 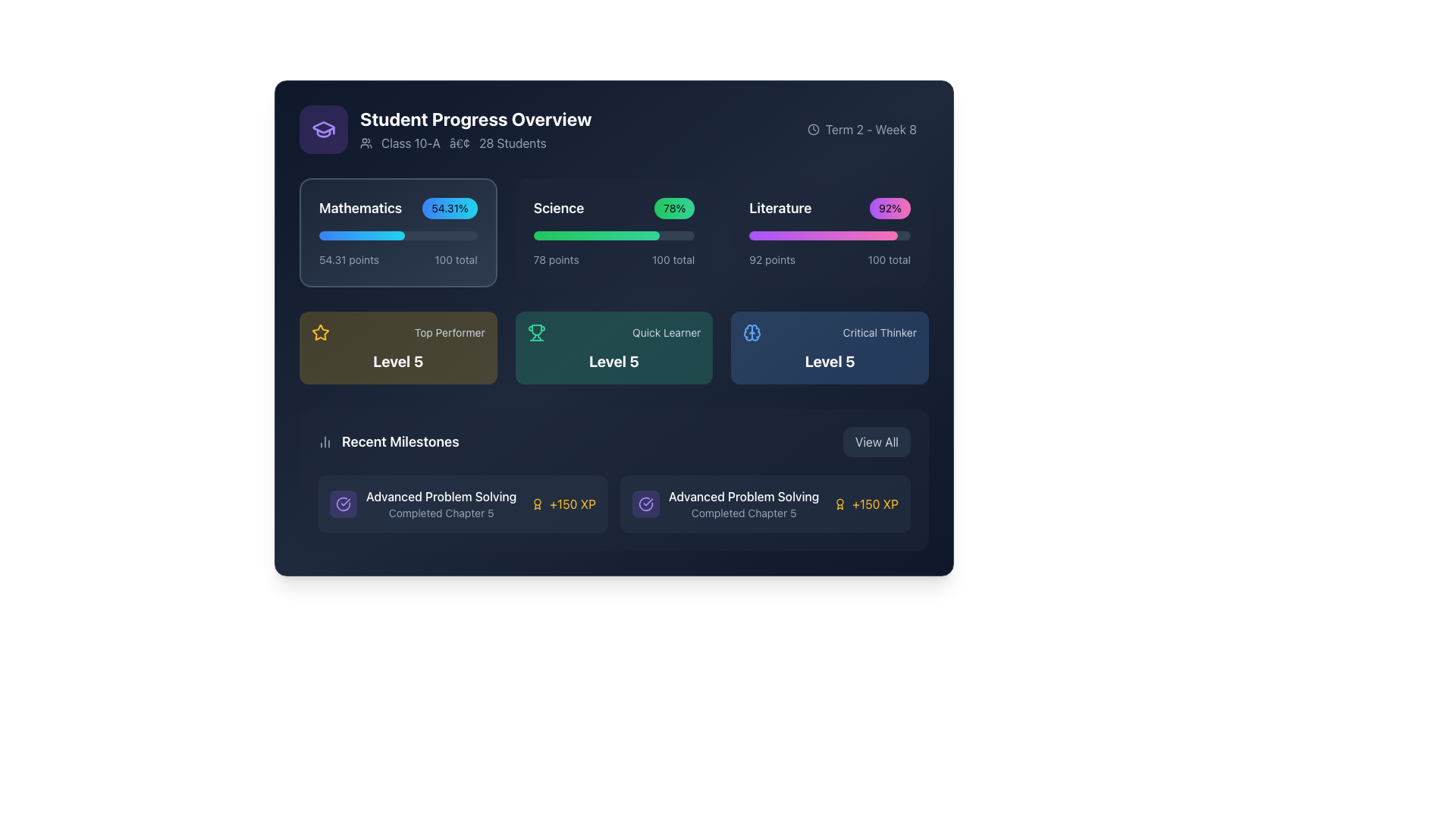 I want to click on the informational text element that indicates the completion of Chapter 5 in the 'Advanced Problem Solving' module, which is located in the 'Recent Milestones' section, so click(x=423, y=504).